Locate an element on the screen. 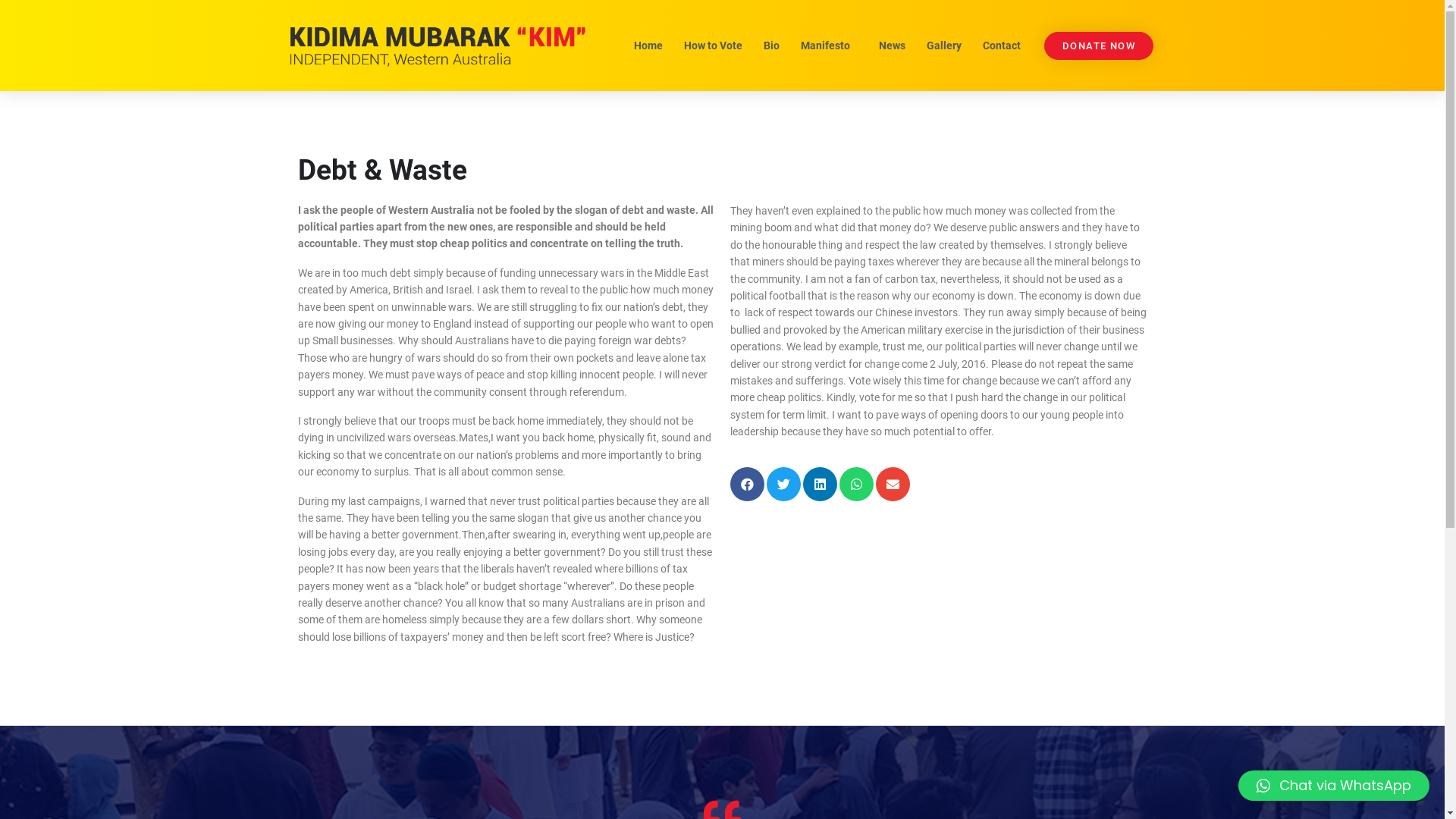 The height and width of the screenshot is (819, 1456). 'News' is located at coordinates (870, 45).